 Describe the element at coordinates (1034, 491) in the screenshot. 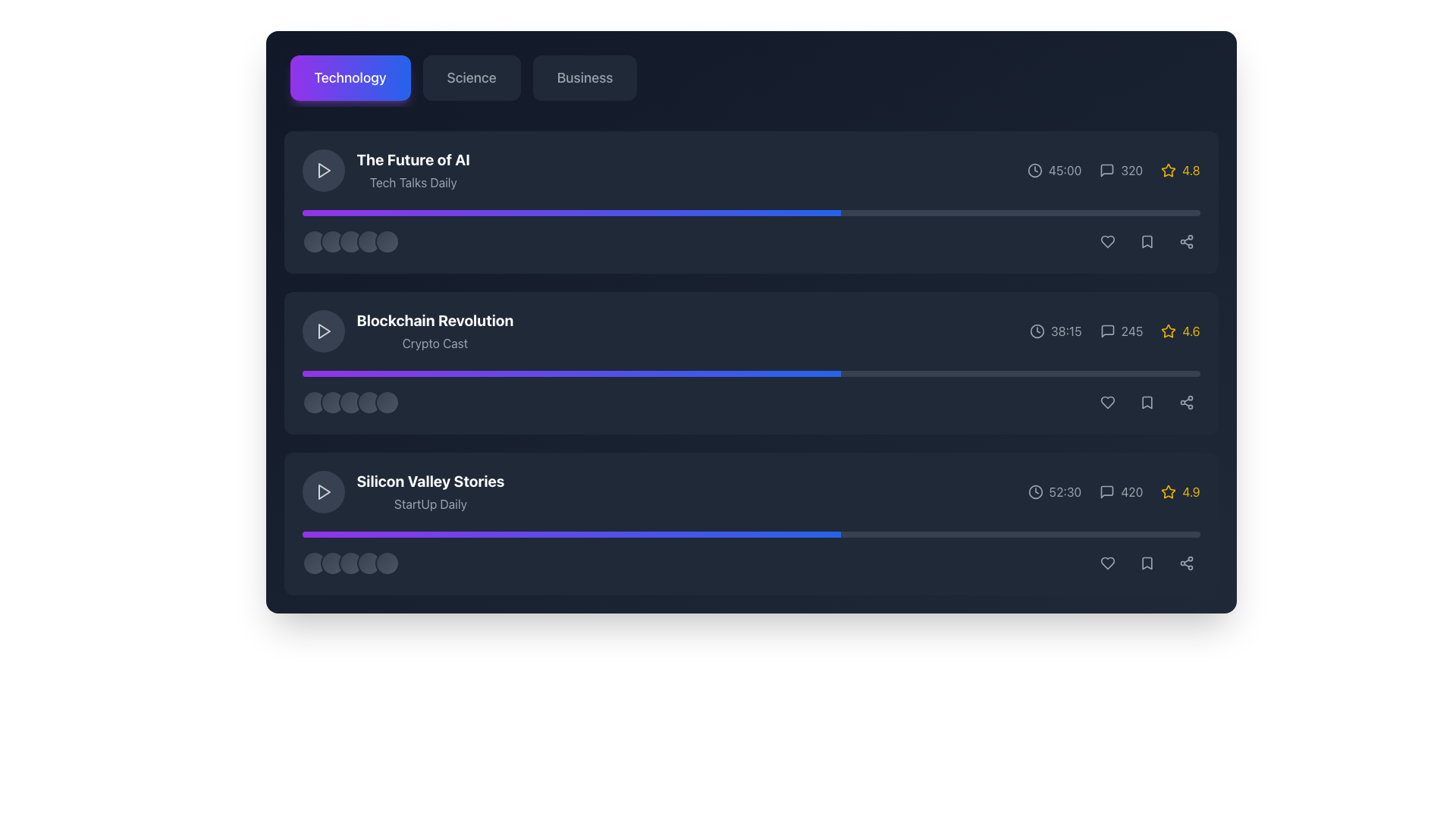

I see `the circular clock icon located to the left of the text '52:30' in the bottommost entry of the list` at that location.